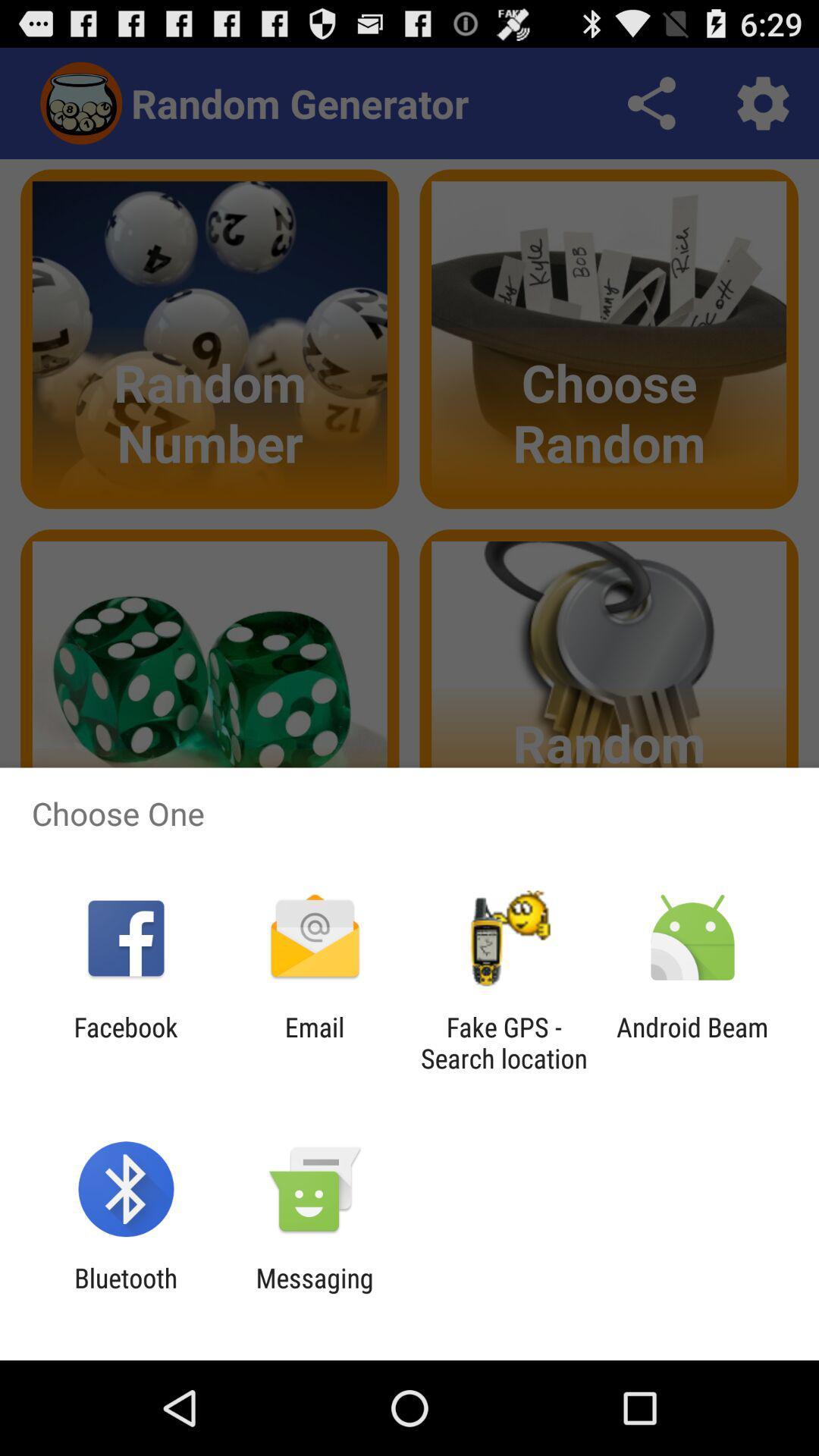 The image size is (819, 1456). What do you see at coordinates (692, 1042) in the screenshot?
I see `icon to the right of fake gps search icon` at bounding box center [692, 1042].